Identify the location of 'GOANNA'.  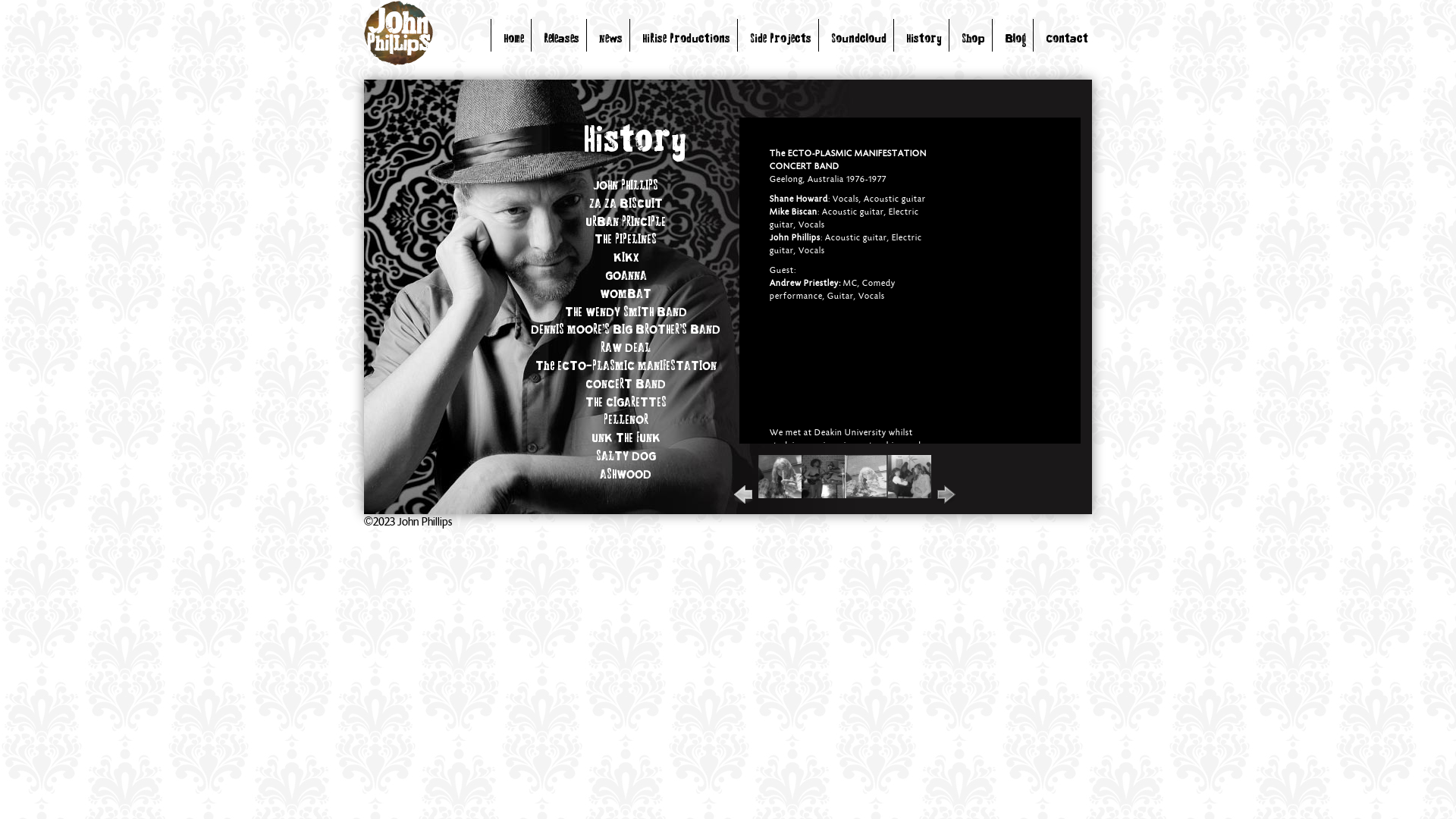
(626, 277).